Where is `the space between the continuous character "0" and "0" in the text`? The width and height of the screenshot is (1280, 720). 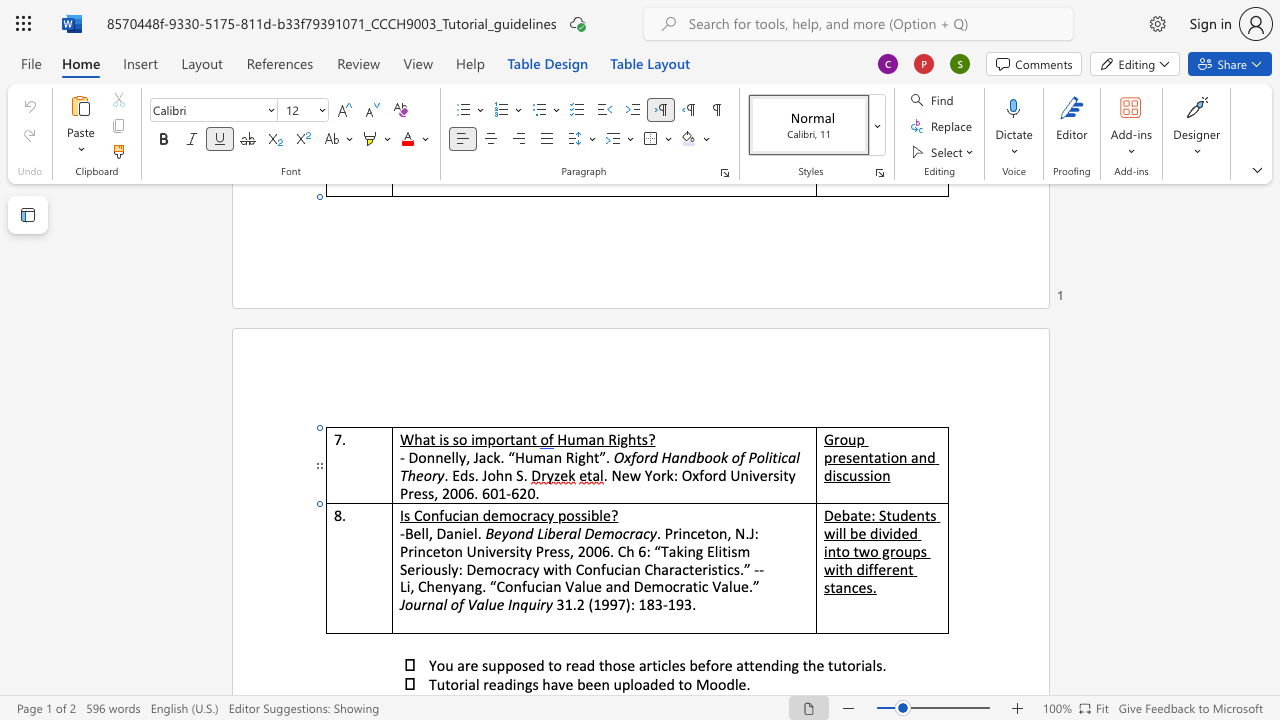
the space between the continuous character "0" and "0" in the text is located at coordinates (457, 493).